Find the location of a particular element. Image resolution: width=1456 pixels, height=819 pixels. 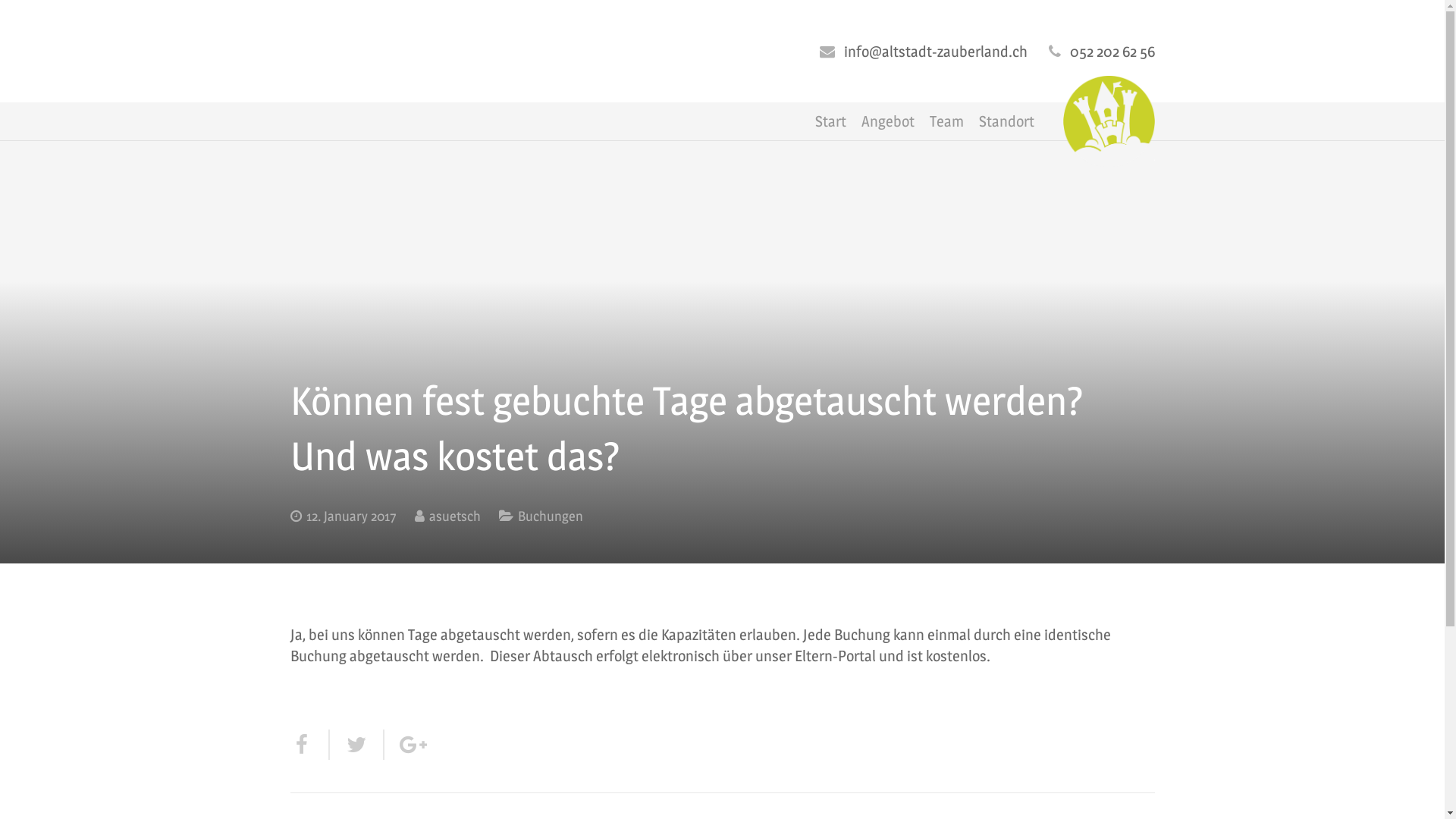

'Team' is located at coordinates (921, 120).